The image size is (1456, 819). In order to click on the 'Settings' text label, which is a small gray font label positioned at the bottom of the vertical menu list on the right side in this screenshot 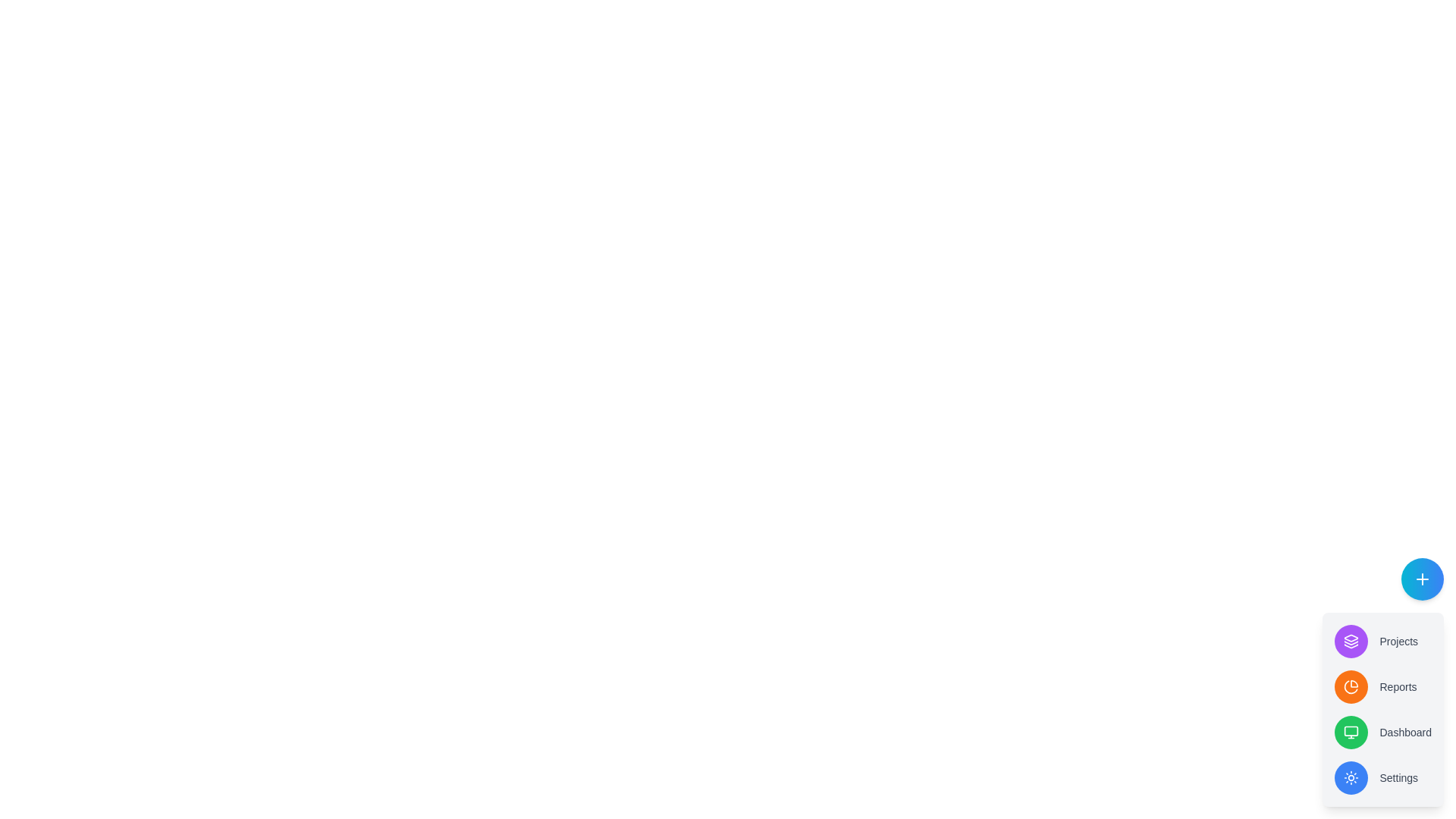, I will do `click(1398, 778)`.